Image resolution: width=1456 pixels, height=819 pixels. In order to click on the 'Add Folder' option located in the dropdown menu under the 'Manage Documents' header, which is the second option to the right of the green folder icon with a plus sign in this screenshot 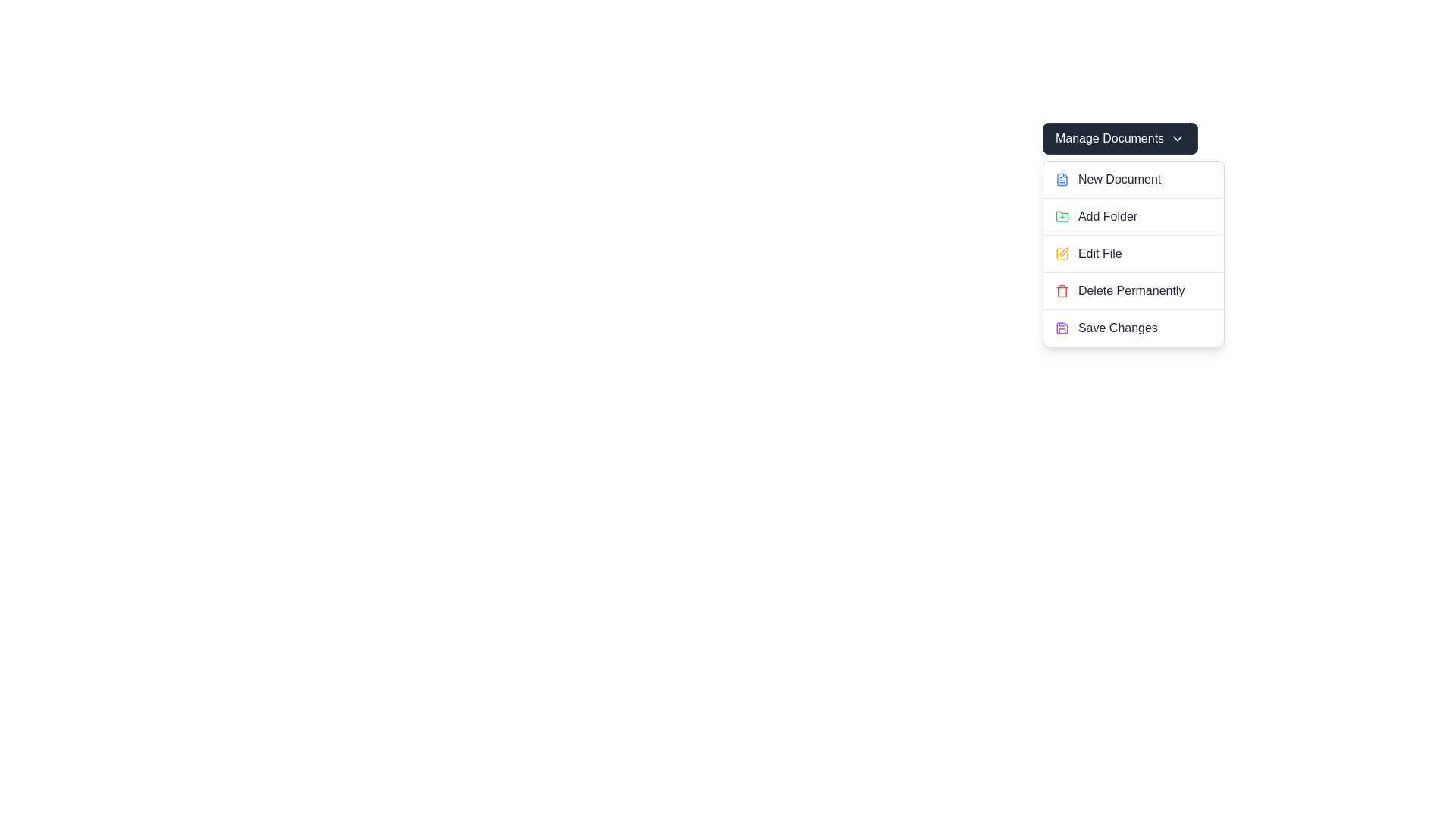, I will do `click(1108, 216)`.